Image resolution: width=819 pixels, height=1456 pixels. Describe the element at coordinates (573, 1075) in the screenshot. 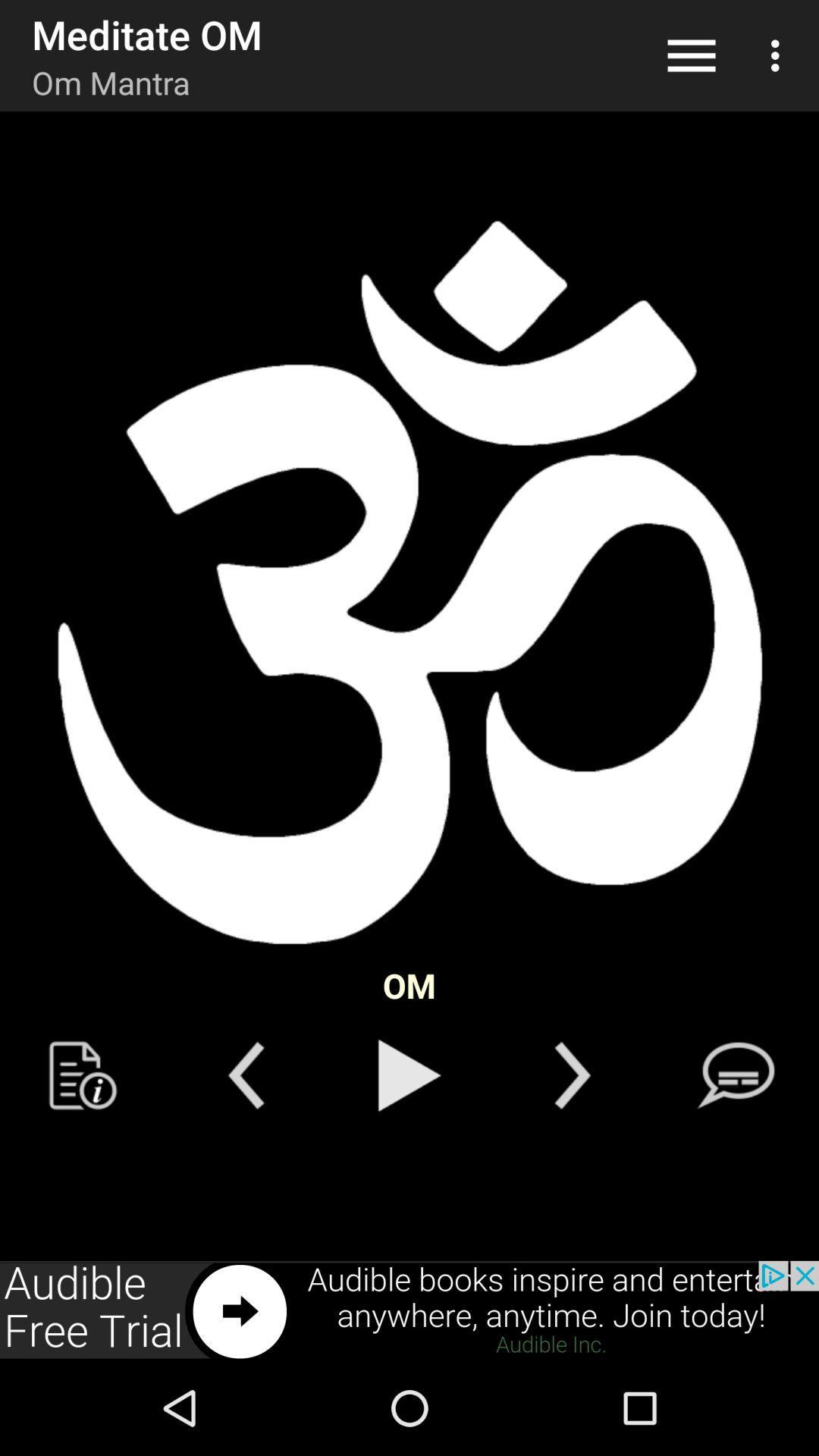

I see `the arrow_forward icon` at that location.